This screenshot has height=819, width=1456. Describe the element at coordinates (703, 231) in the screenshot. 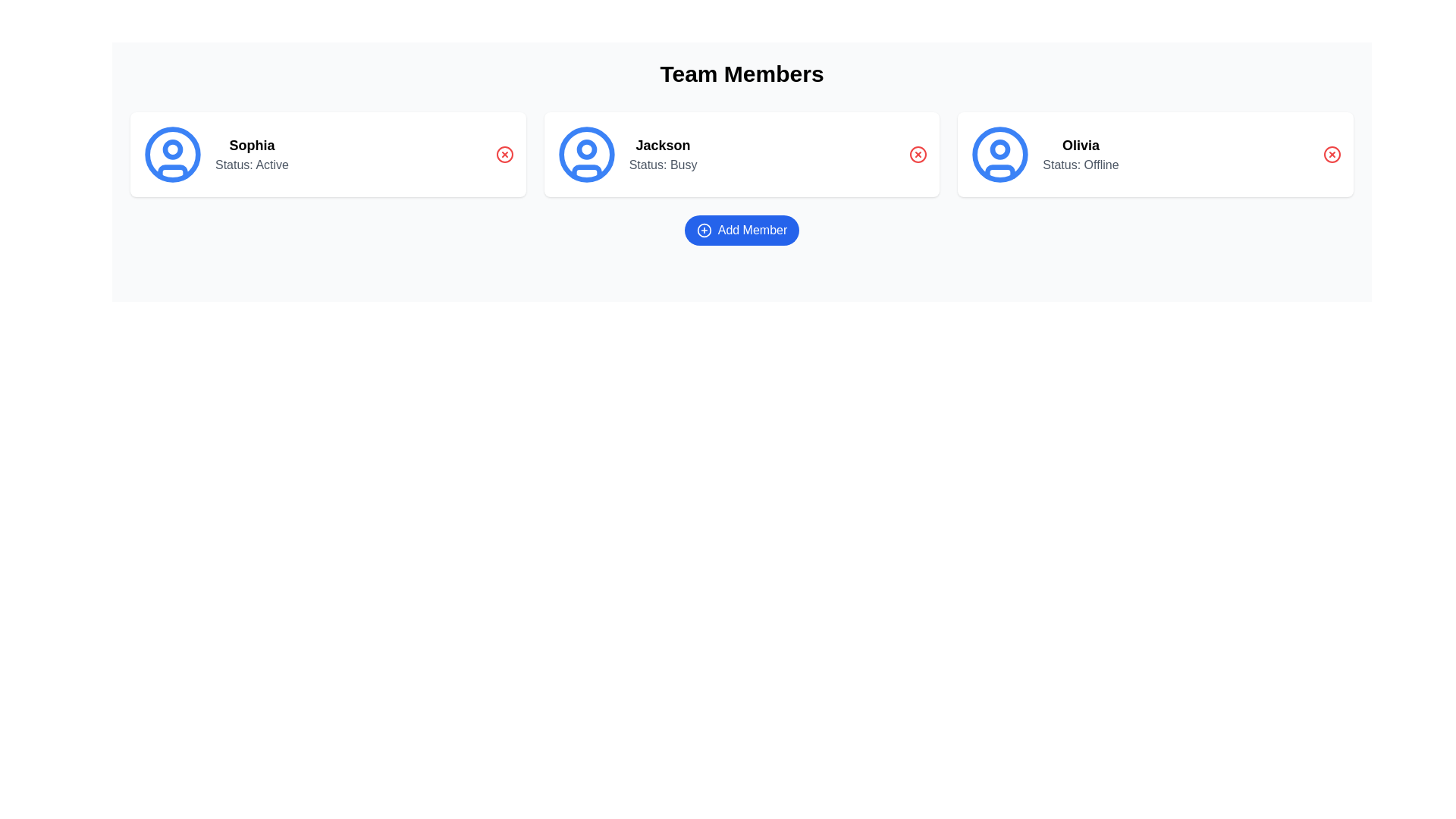

I see `the 'Add Member' button, which is represented by a circular icon located centrally at the bottom of the 'Team Members' section` at that location.